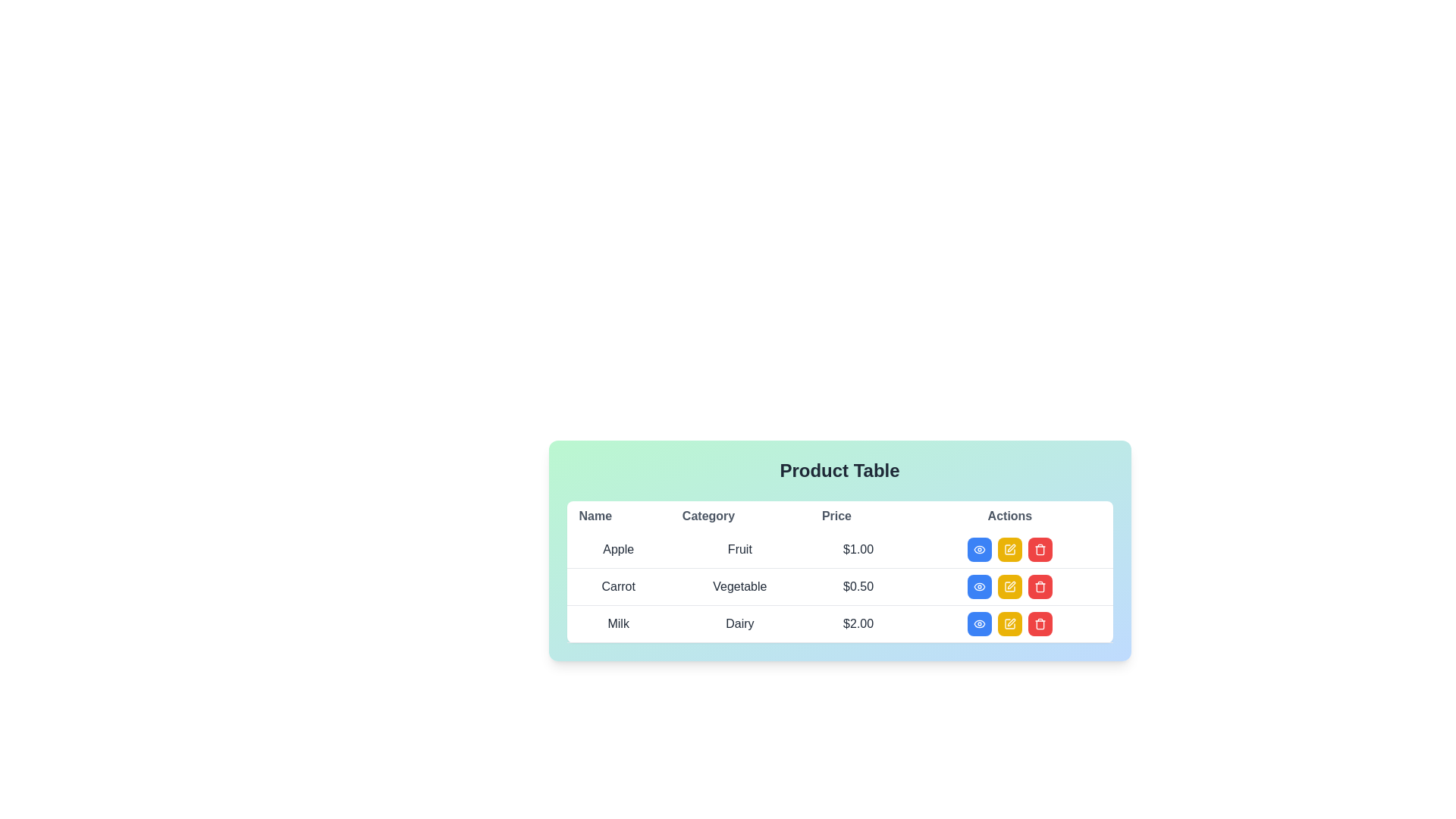  I want to click on the red square delete button with a trash can icon located in the last column of the second row of the actions section, so click(1039, 586).